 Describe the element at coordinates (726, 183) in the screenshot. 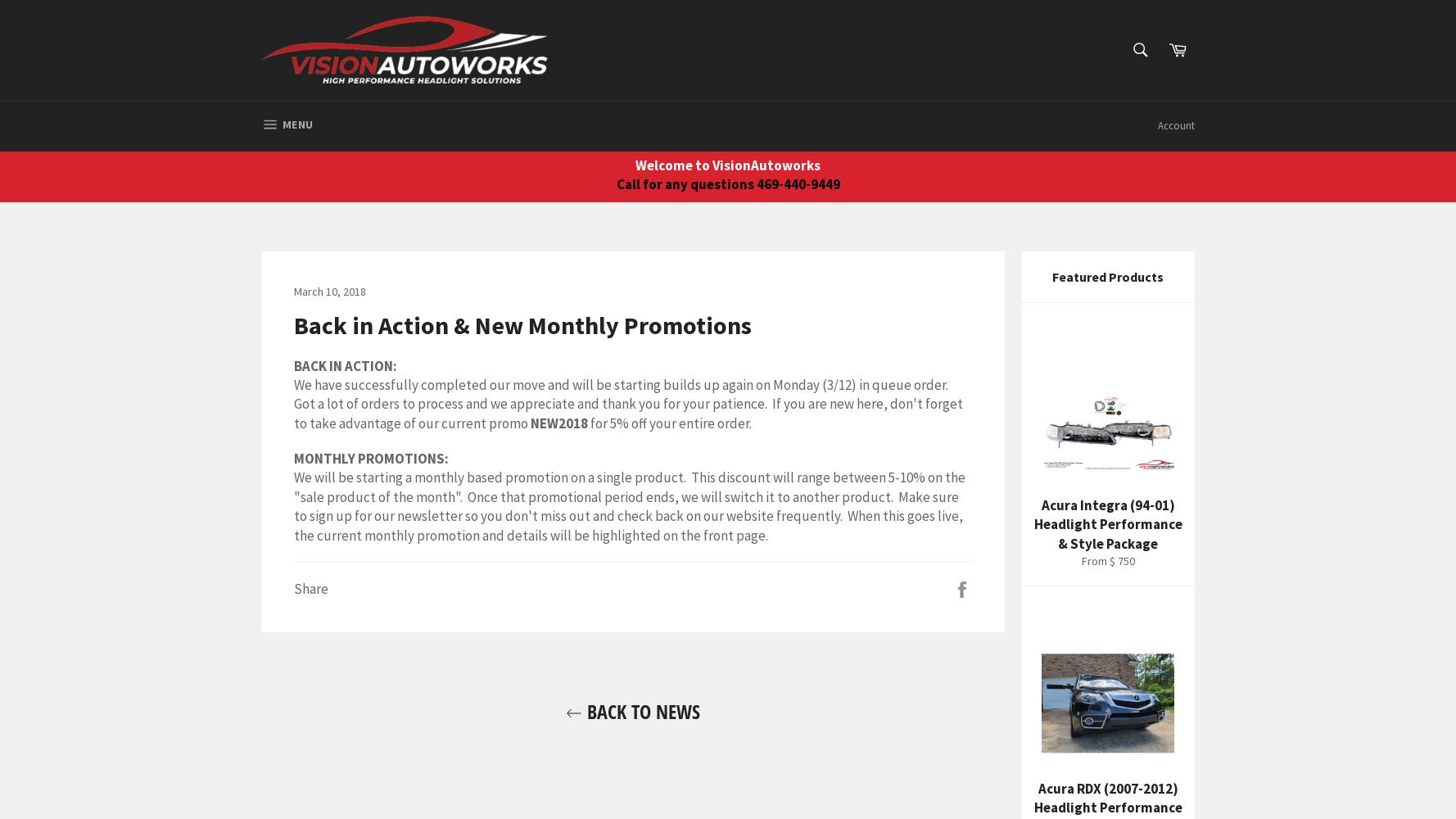

I see `'Call for any questions 469-440-9449'` at that location.